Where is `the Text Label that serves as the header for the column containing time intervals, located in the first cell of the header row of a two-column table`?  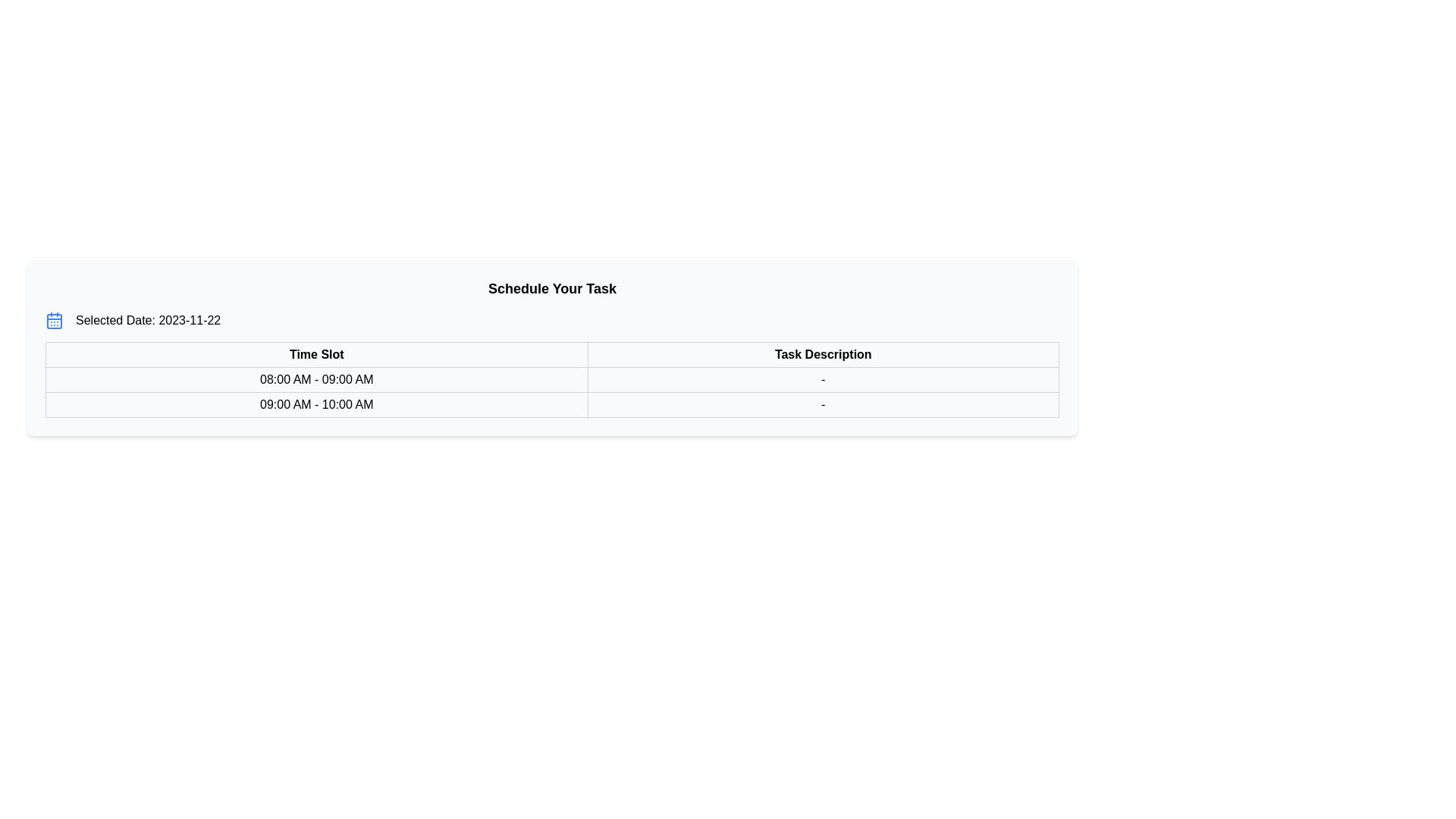
the Text Label that serves as the header for the column containing time intervals, located in the first cell of the header row of a two-column table is located at coordinates (315, 354).